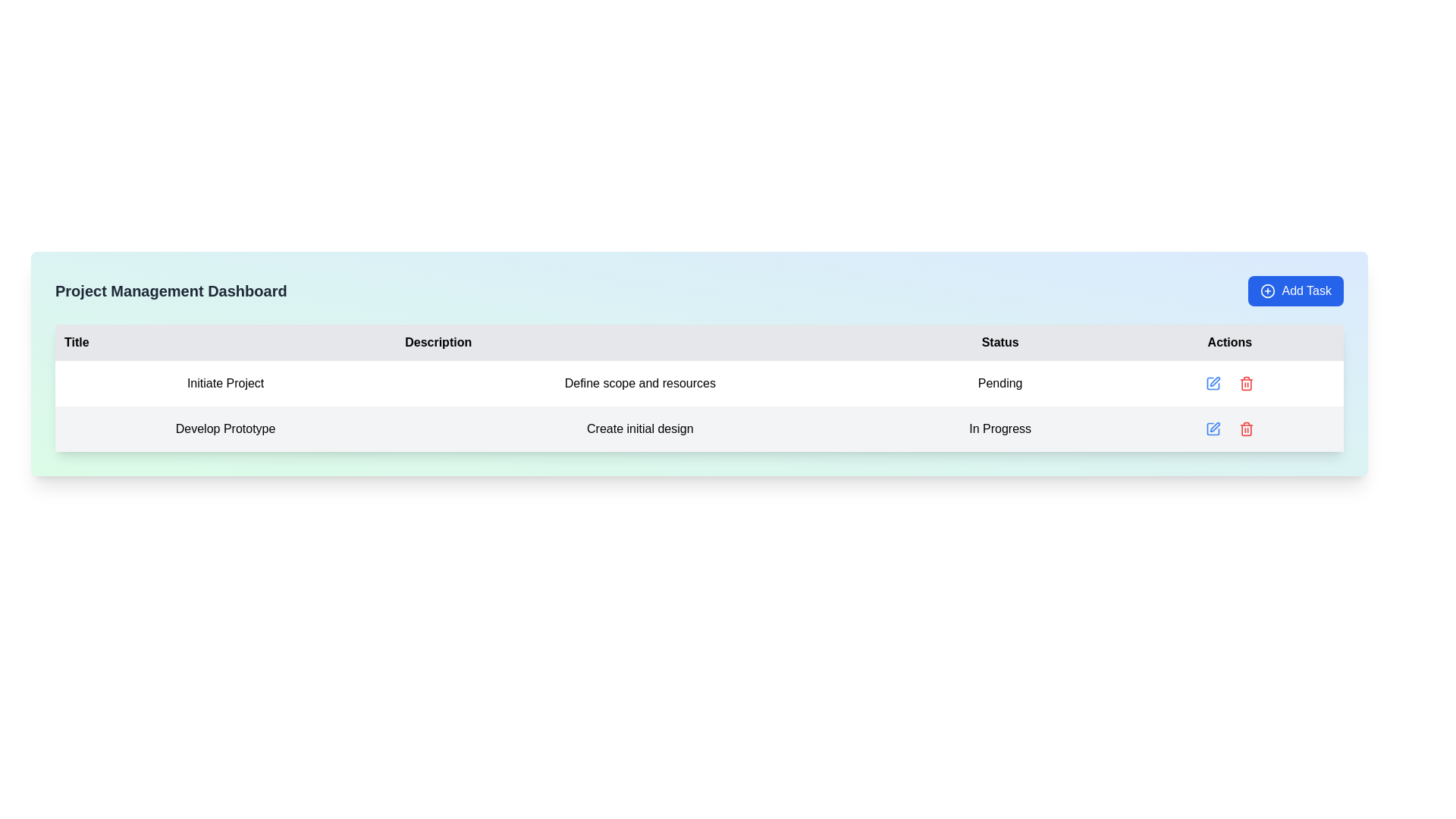 This screenshot has width=1456, height=819. What do you see at coordinates (1268, 291) in the screenshot?
I see `the circular plus icon with a hollow center and a cross inside, located next to the 'Add Task' button in the top-right corner above the data table` at bounding box center [1268, 291].